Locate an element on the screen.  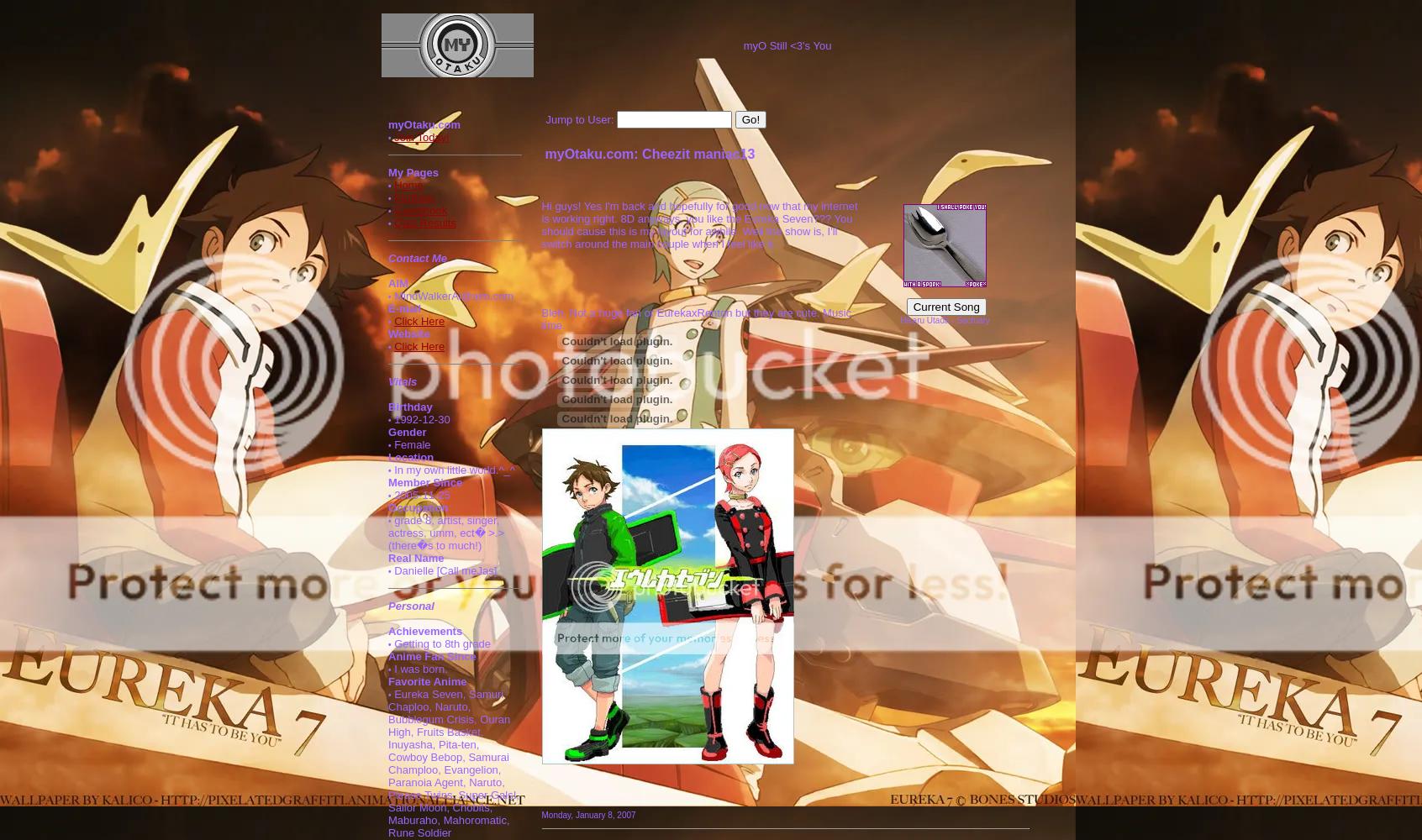
'Member Since' is located at coordinates (425, 481).